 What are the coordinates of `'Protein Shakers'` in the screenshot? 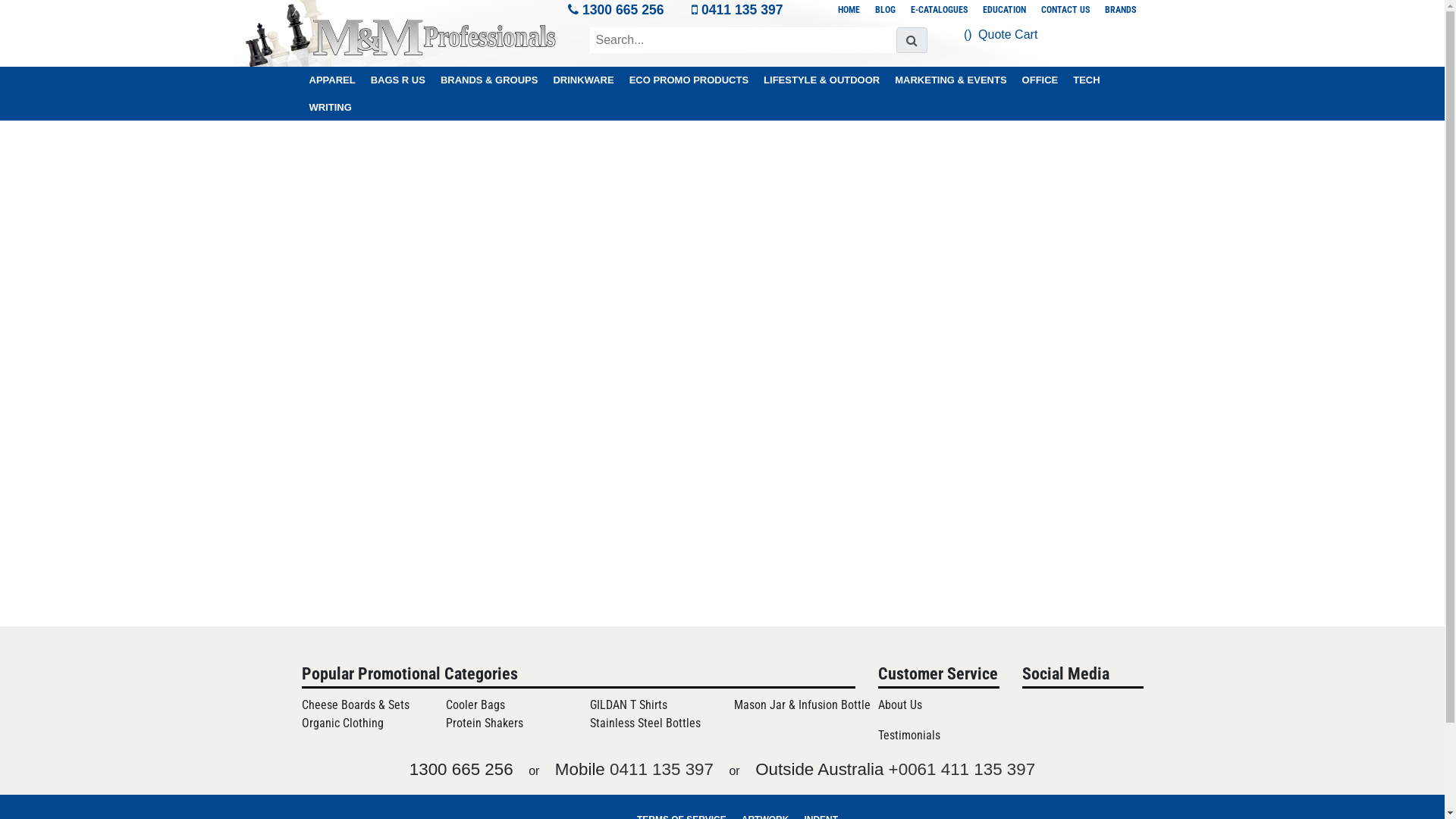 It's located at (483, 722).